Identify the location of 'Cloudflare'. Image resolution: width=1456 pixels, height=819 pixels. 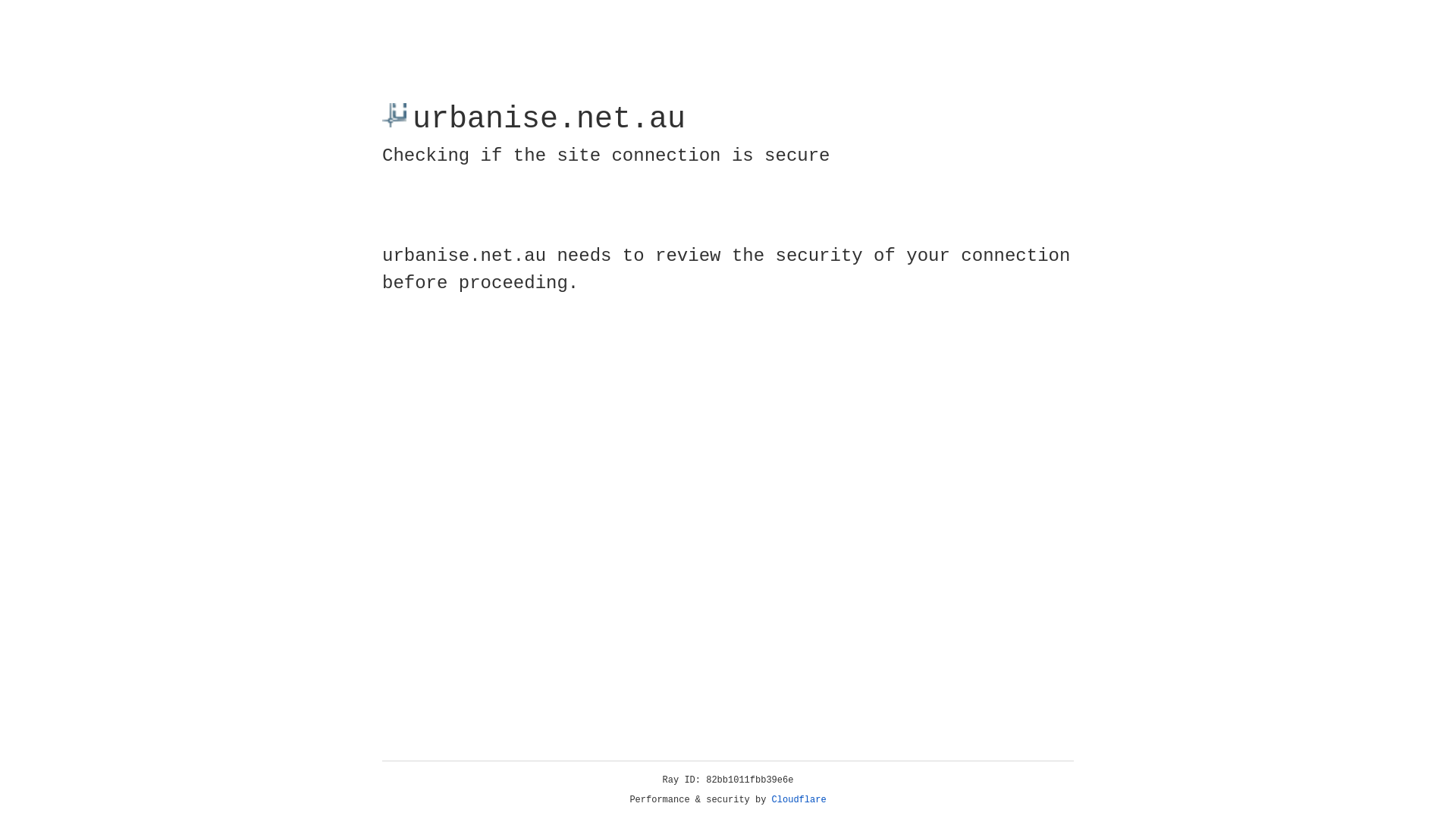
(799, 799).